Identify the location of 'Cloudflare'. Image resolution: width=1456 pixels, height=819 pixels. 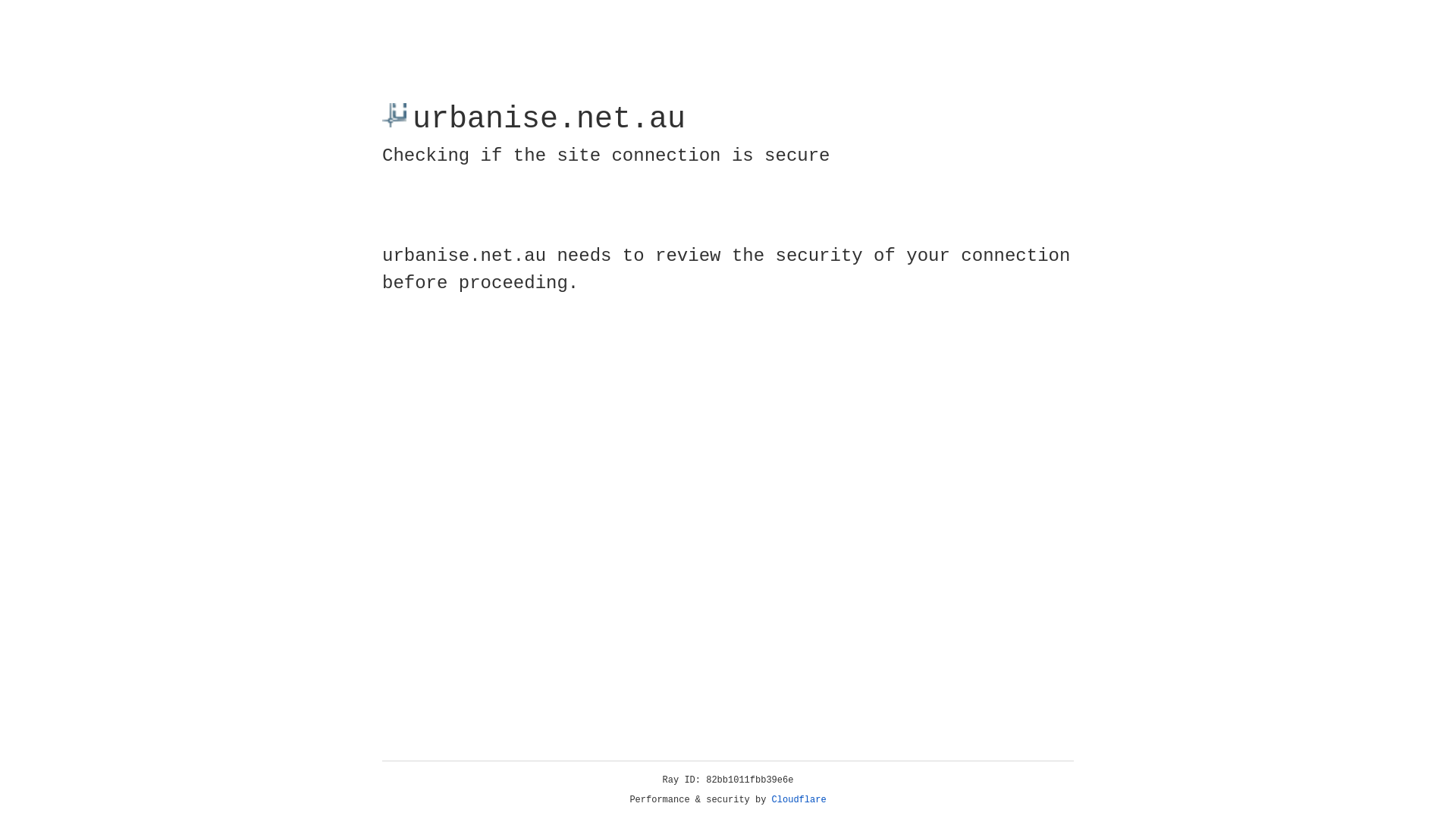
(799, 799).